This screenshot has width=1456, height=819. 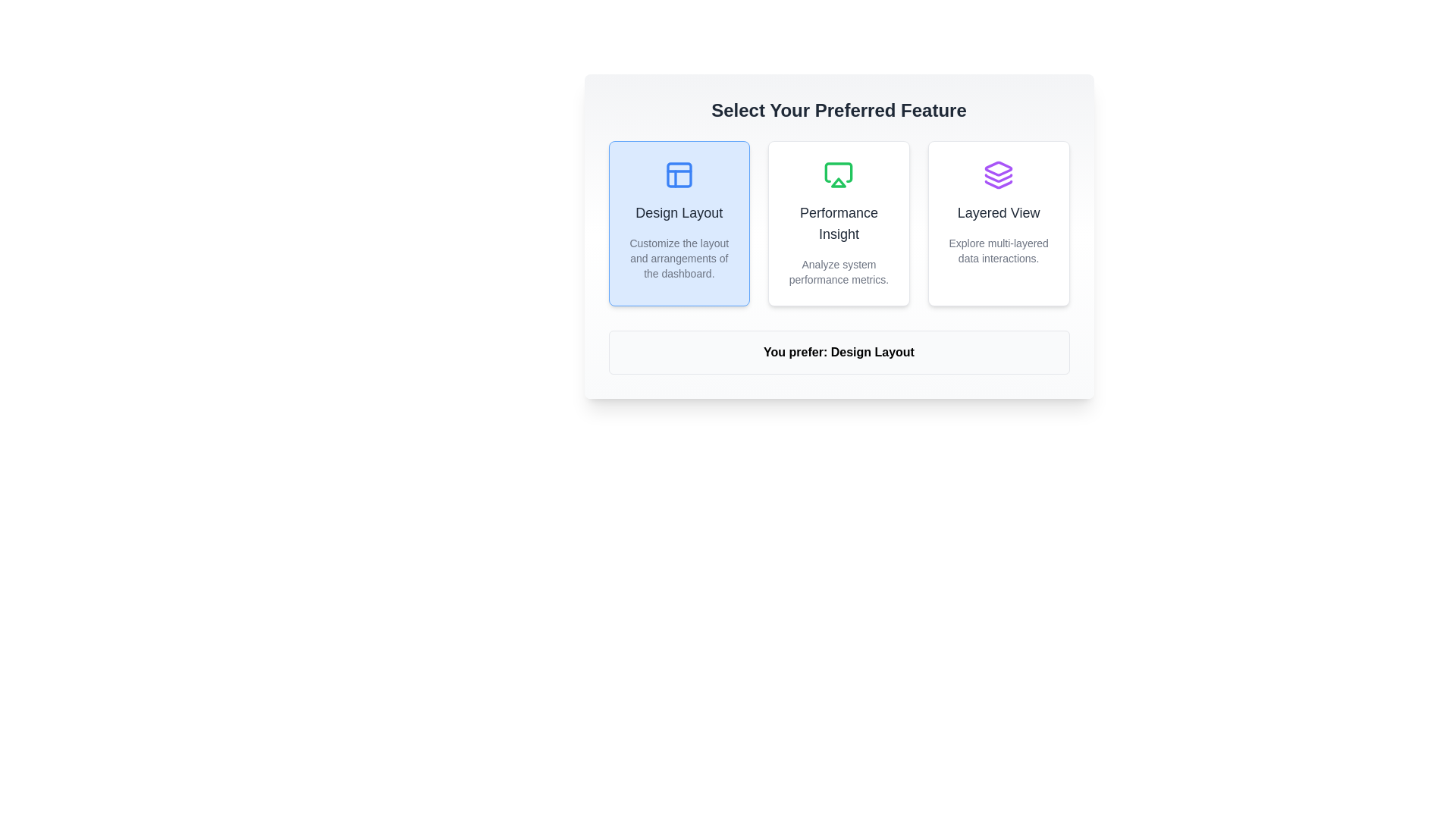 I want to click on displayed information in the text display box that shows the user's current selection, specifically the choice 'Design Layout', so click(x=838, y=353).